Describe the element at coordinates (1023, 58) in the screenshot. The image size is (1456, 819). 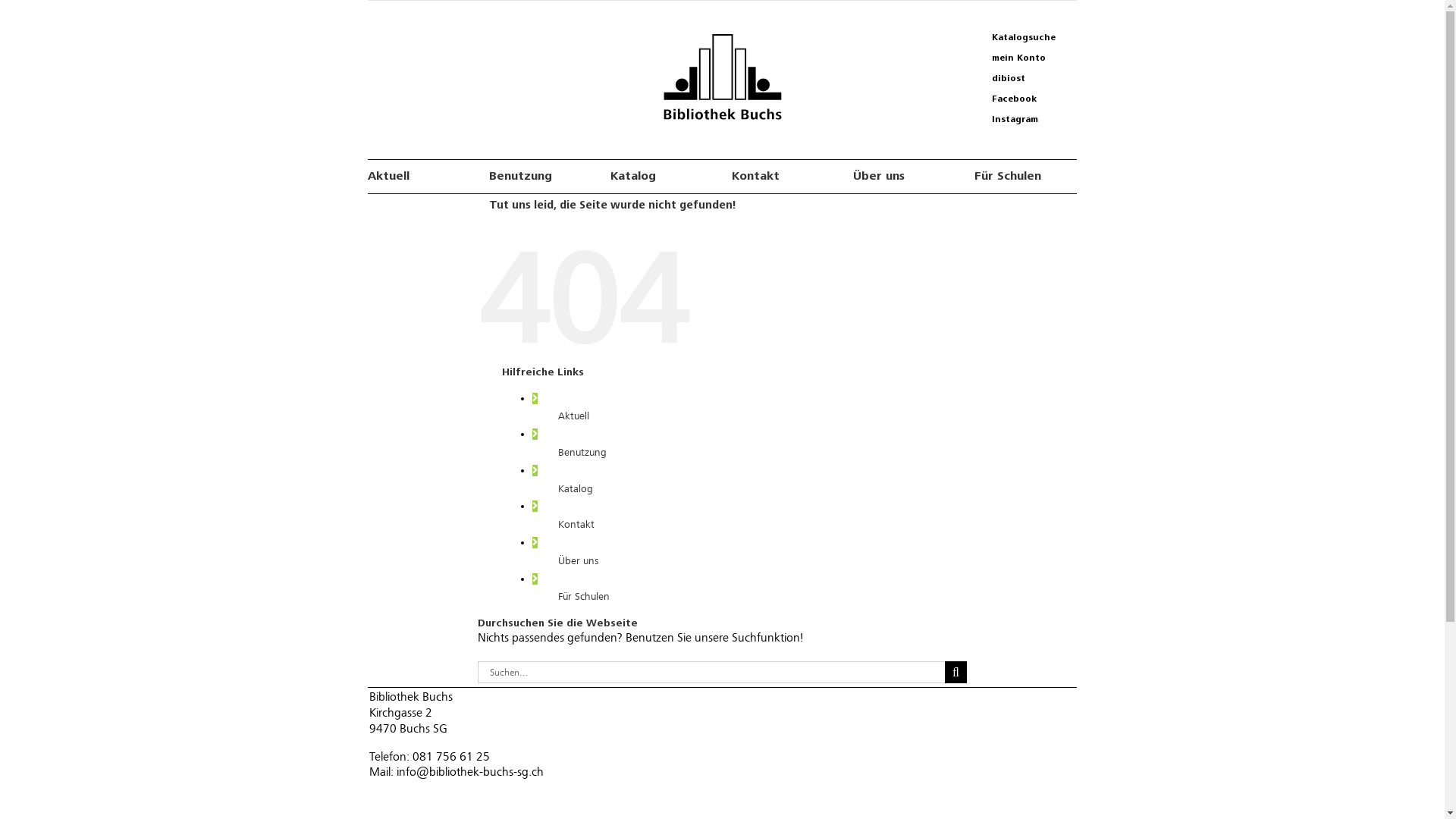
I see `'mein Konto'` at that location.